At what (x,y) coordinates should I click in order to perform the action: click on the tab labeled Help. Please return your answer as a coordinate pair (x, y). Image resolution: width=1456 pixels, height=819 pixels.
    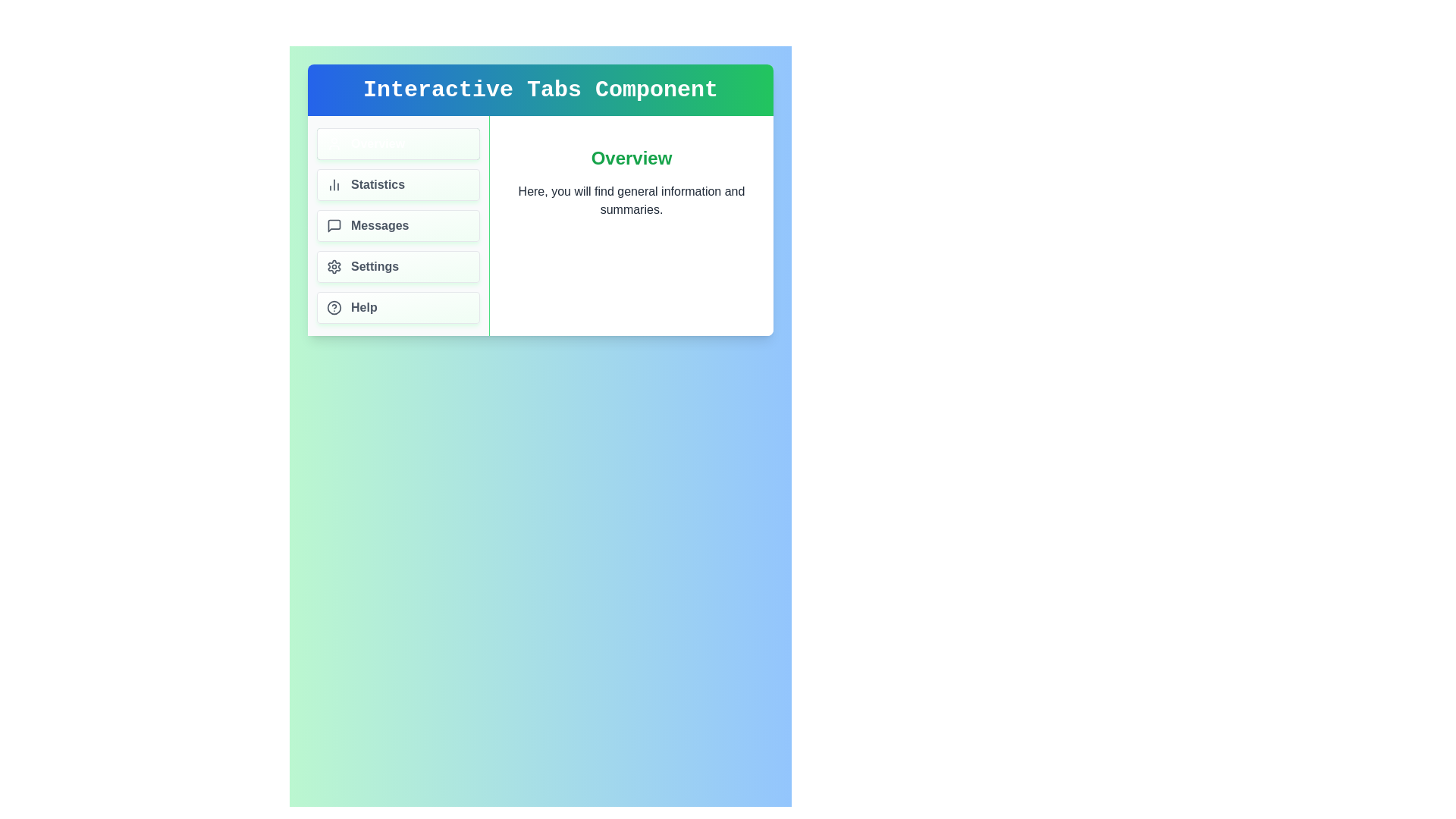
    Looking at the image, I should click on (398, 307).